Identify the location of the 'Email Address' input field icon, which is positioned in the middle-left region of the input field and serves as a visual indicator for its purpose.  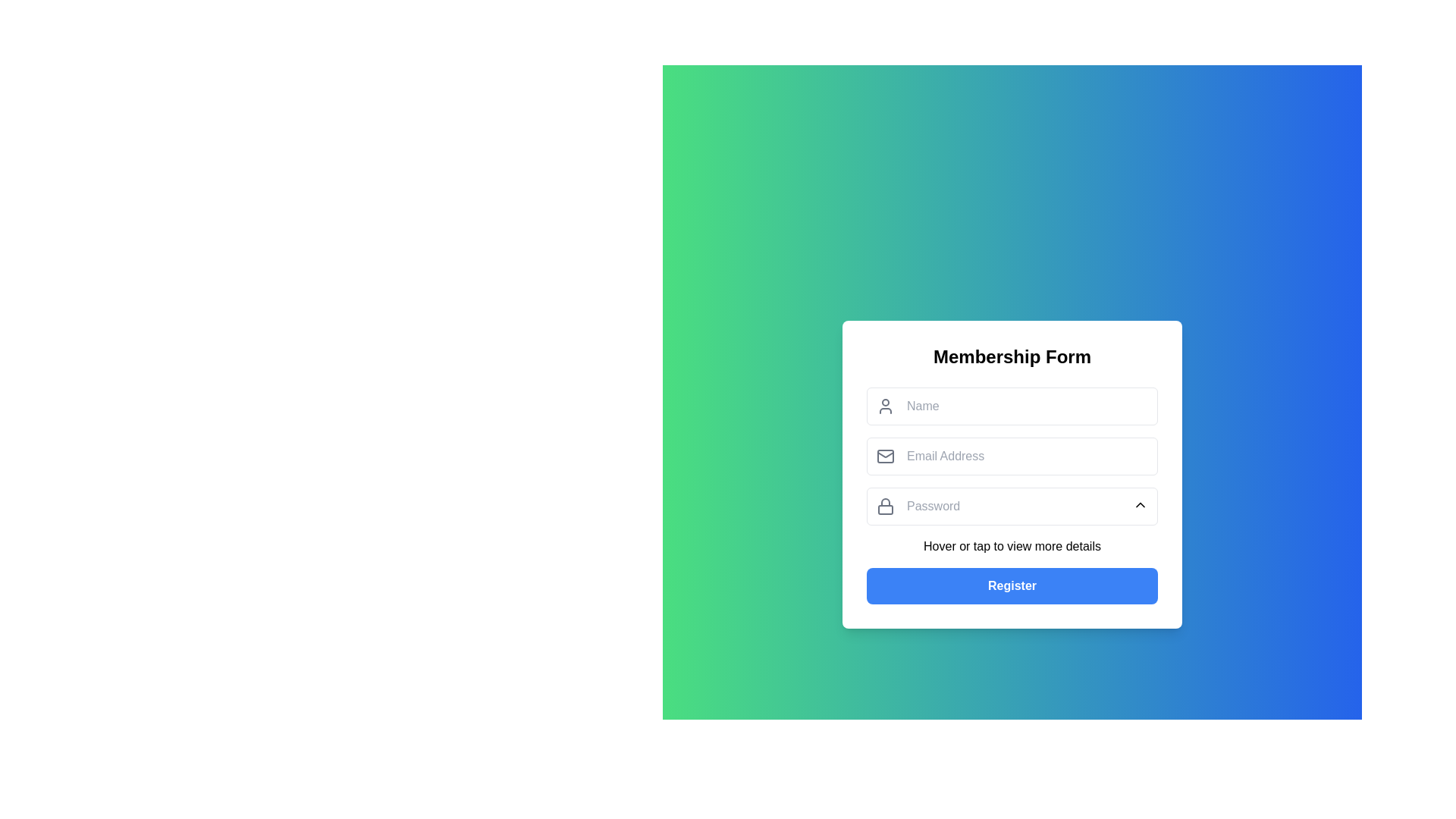
(885, 455).